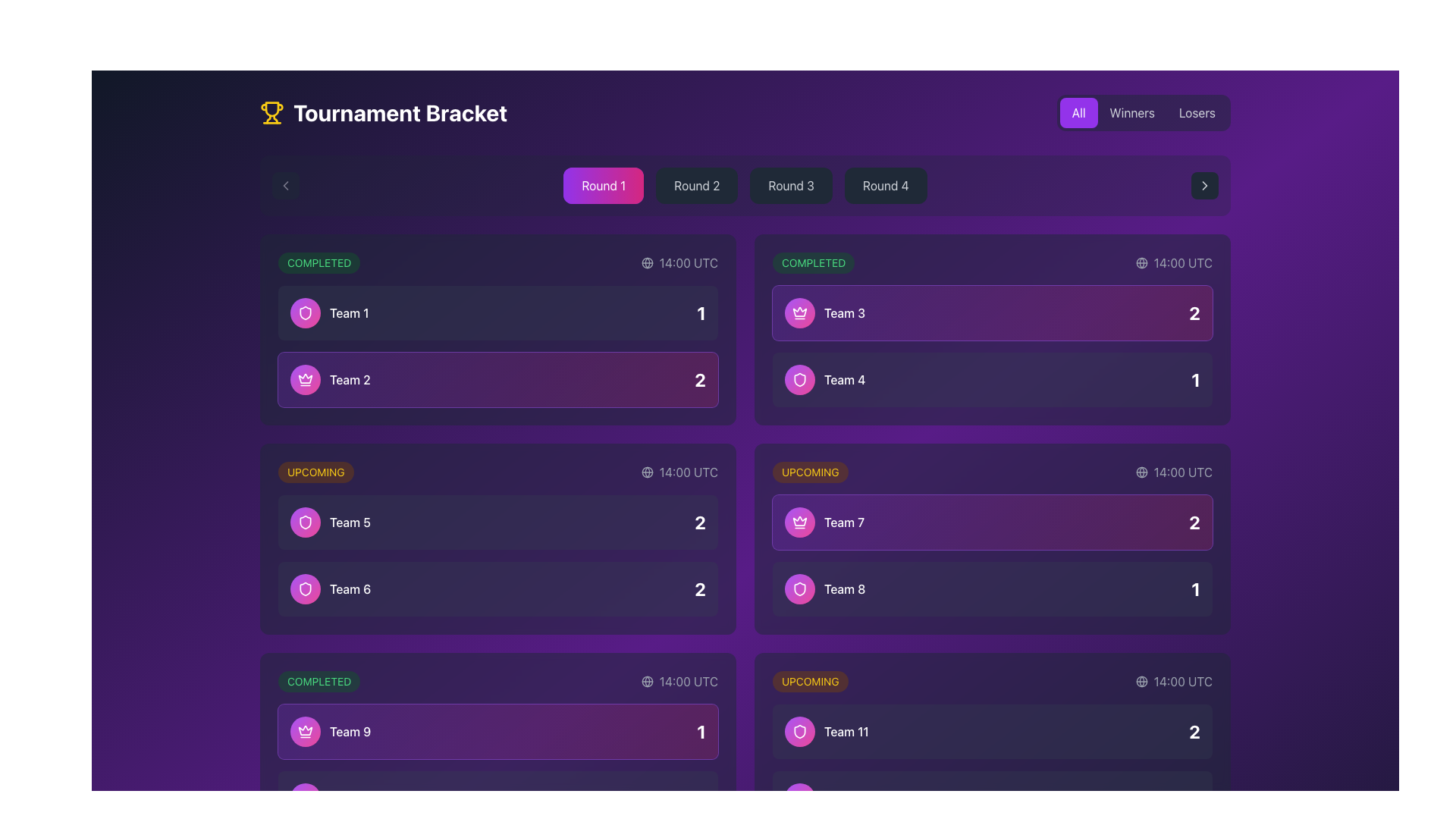  I want to click on keyboard navigation, so click(1144, 112).